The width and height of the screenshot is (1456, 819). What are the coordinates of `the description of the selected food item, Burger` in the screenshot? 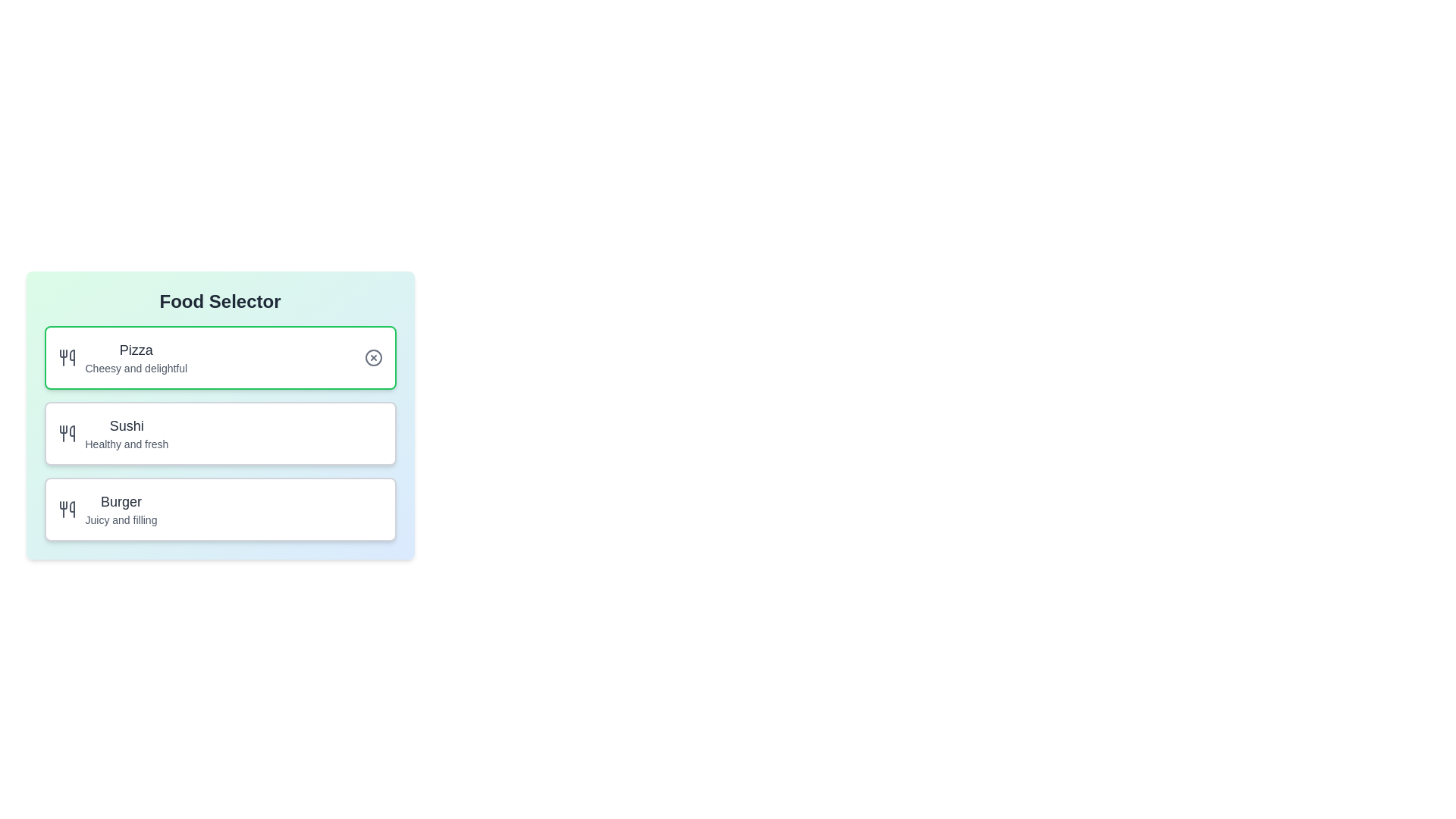 It's located at (219, 509).